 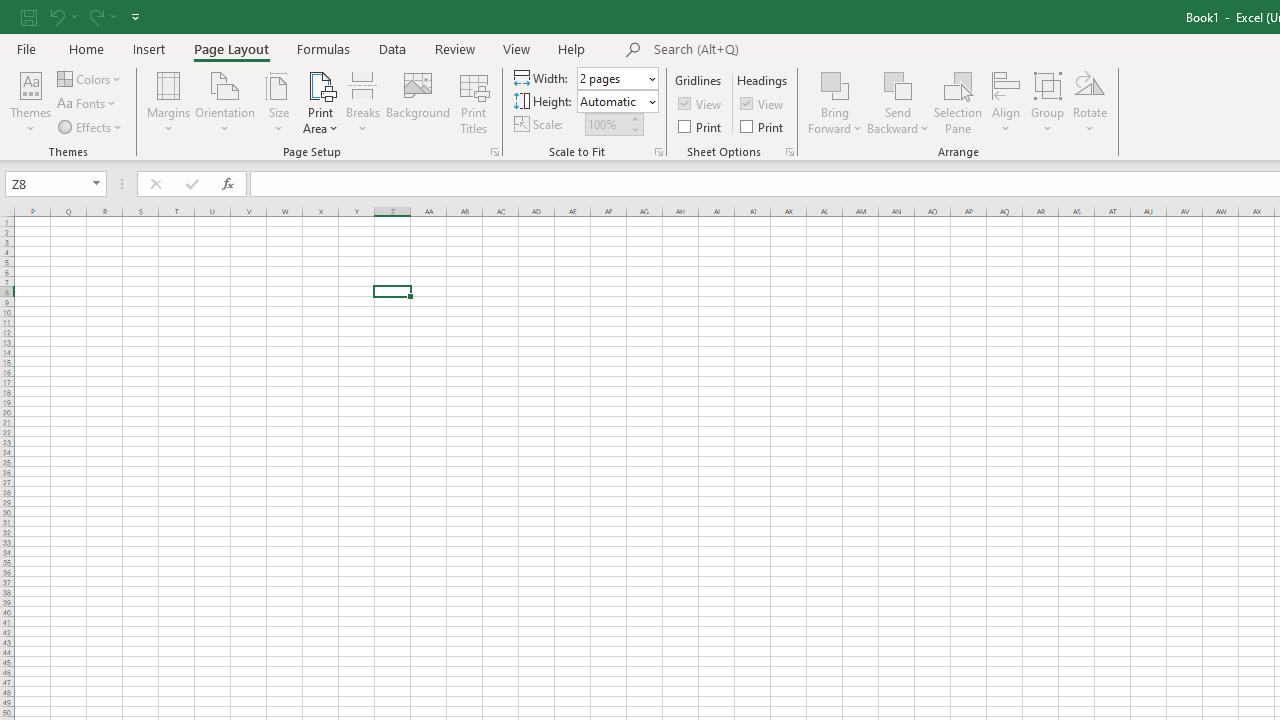 What do you see at coordinates (30, 103) in the screenshot?
I see `'Themes'` at bounding box center [30, 103].